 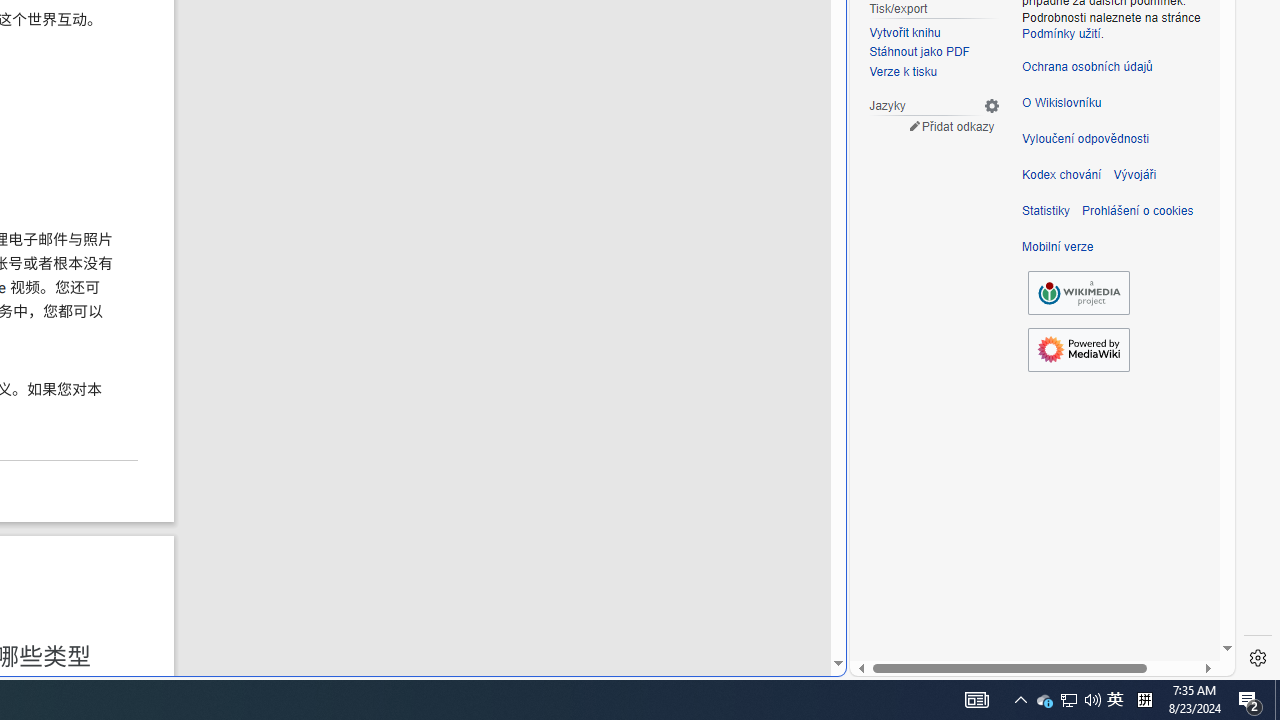 I want to click on 'AutomationID: footer-copyrightico', so click(x=1078, y=293).